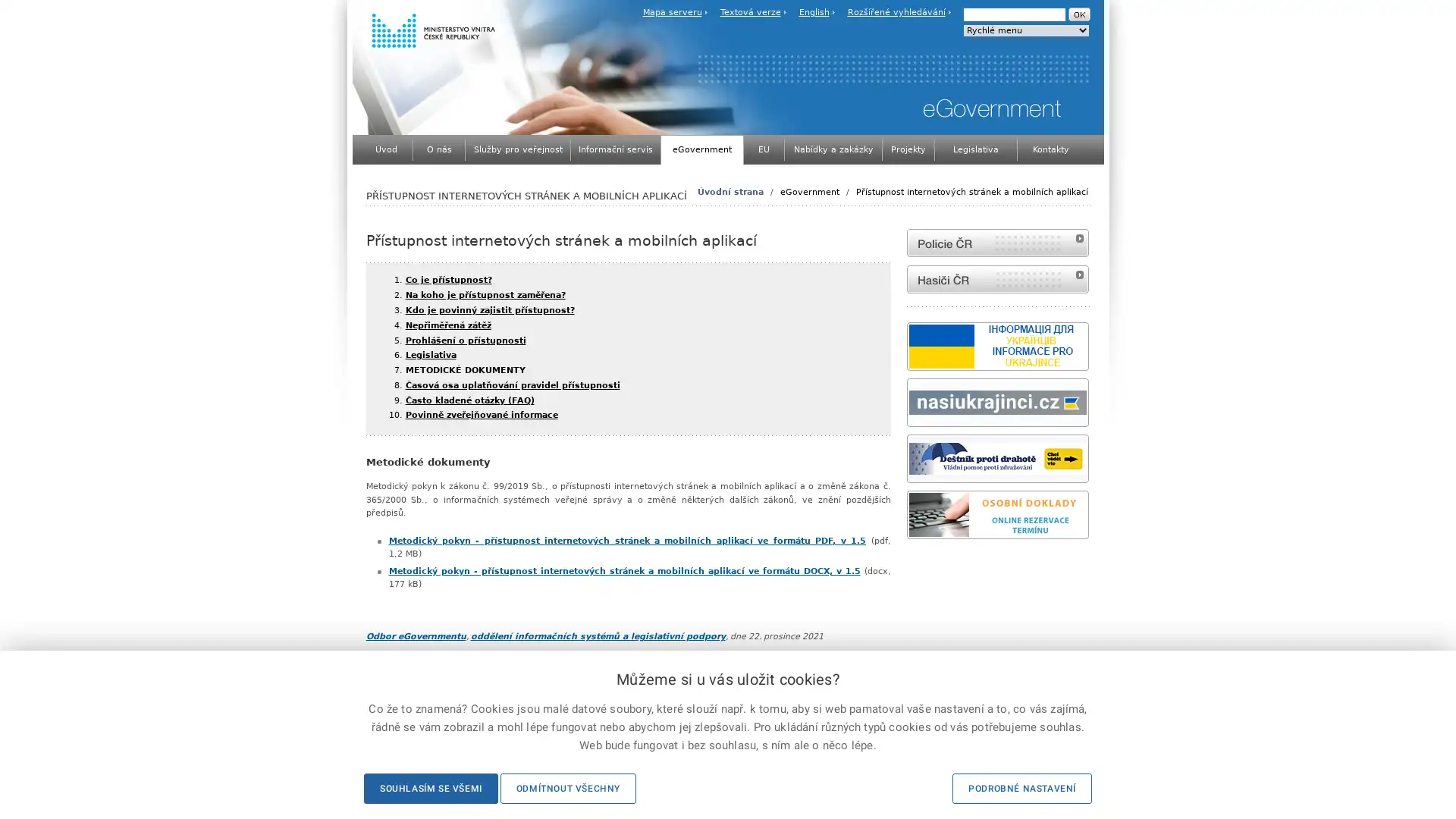 This screenshot has width=1456, height=819. What do you see at coordinates (566, 788) in the screenshot?
I see `ODMITNOUT VSECHNY` at bounding box center [566, 788].